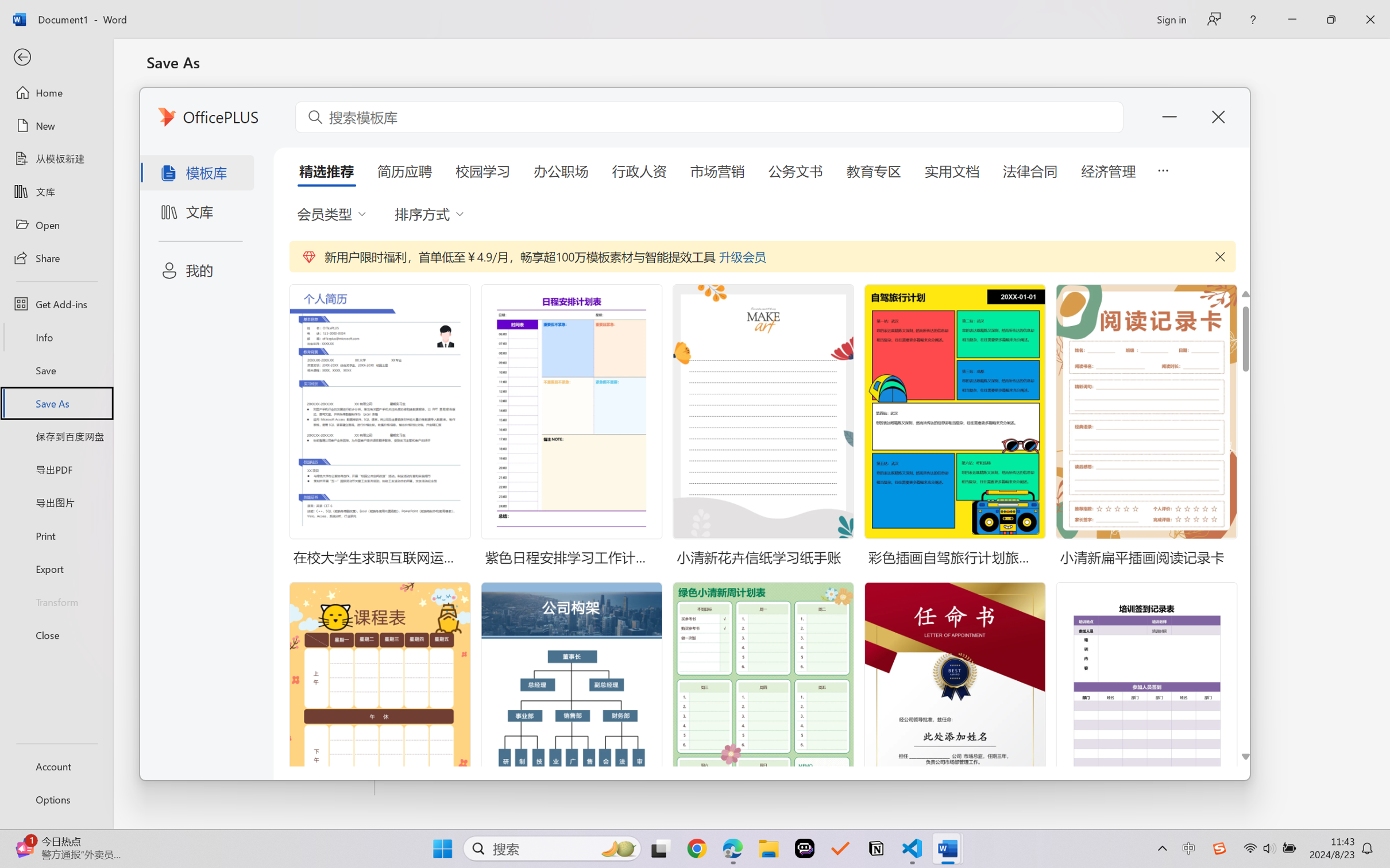  Describe the element at coordinates (56, 766) in the screenshot. I see `'Account'` at that location.